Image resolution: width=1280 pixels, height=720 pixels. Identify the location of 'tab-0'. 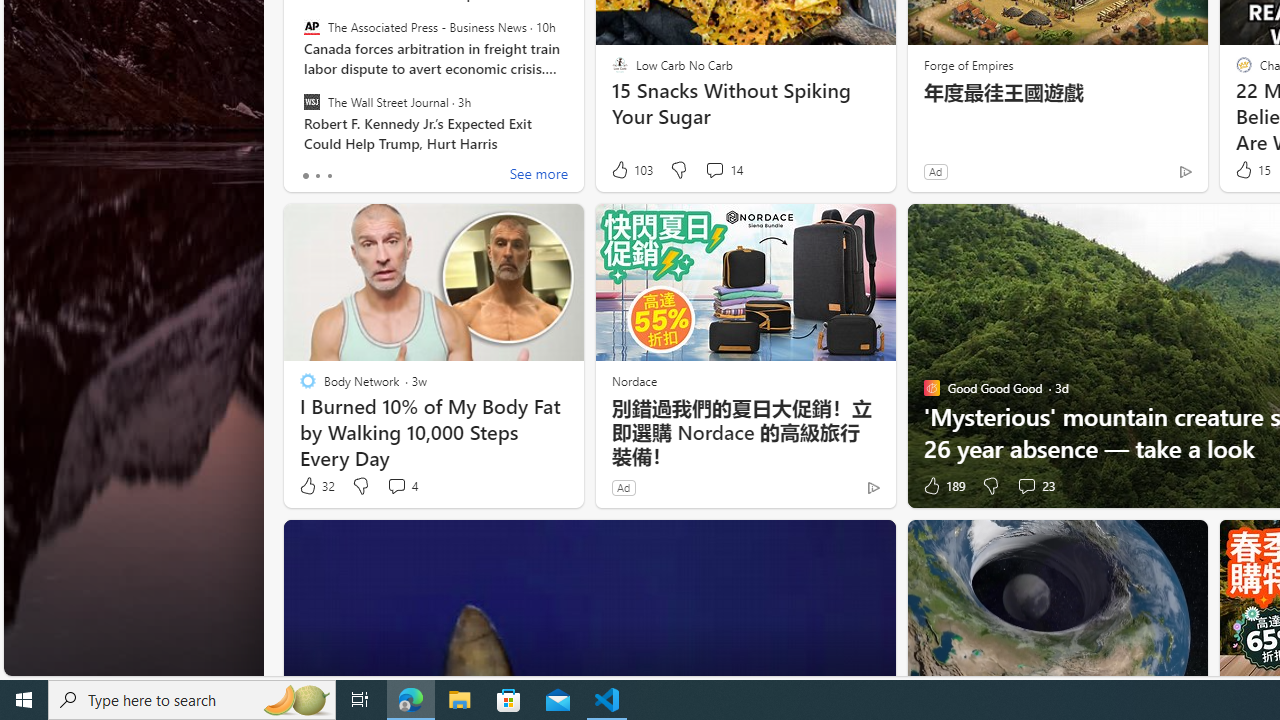
(304, 175).